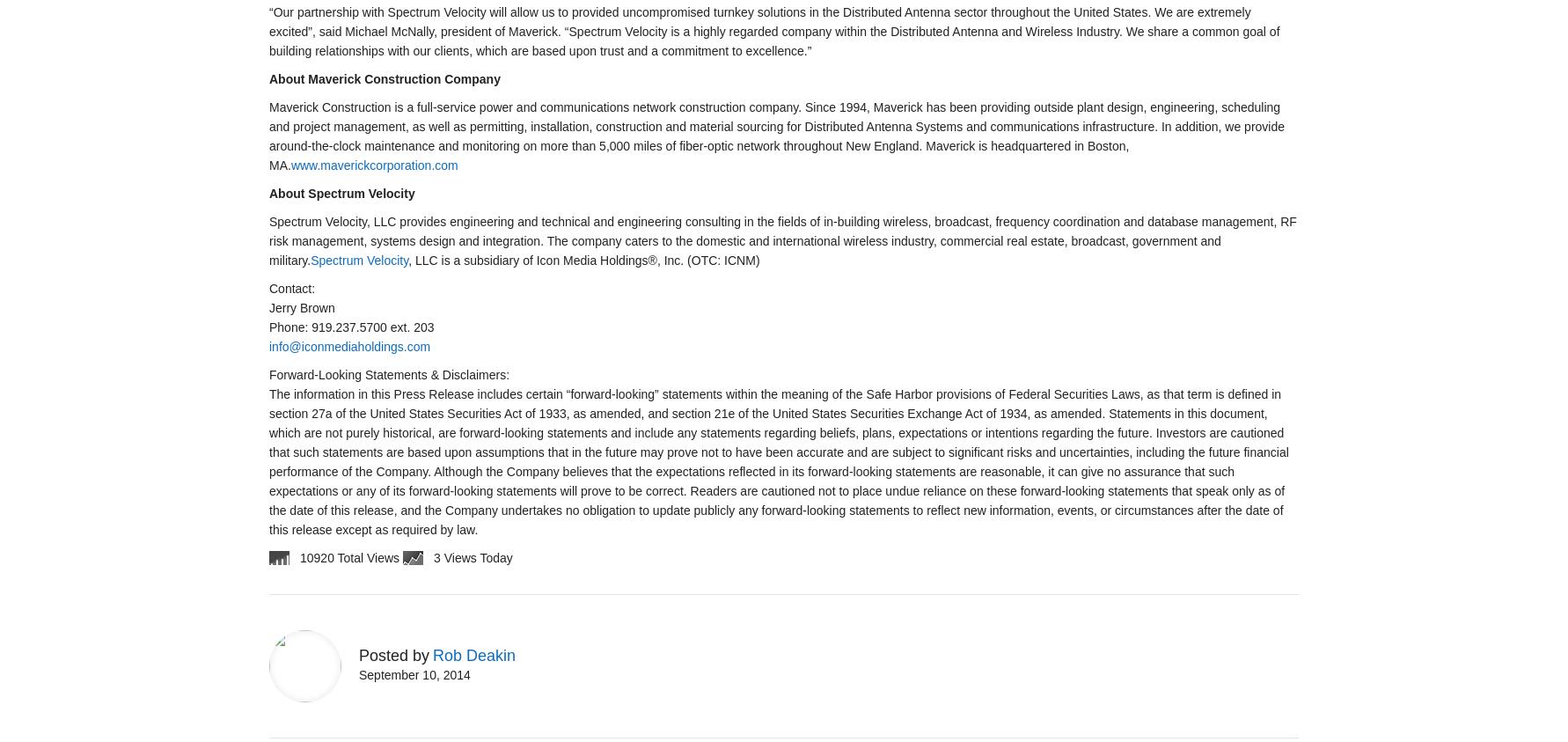  What do you see at coordinates (374, 165) in the screenshot?
I see `'www.maverickcorporation.com'` at bounding box center [374, 165].